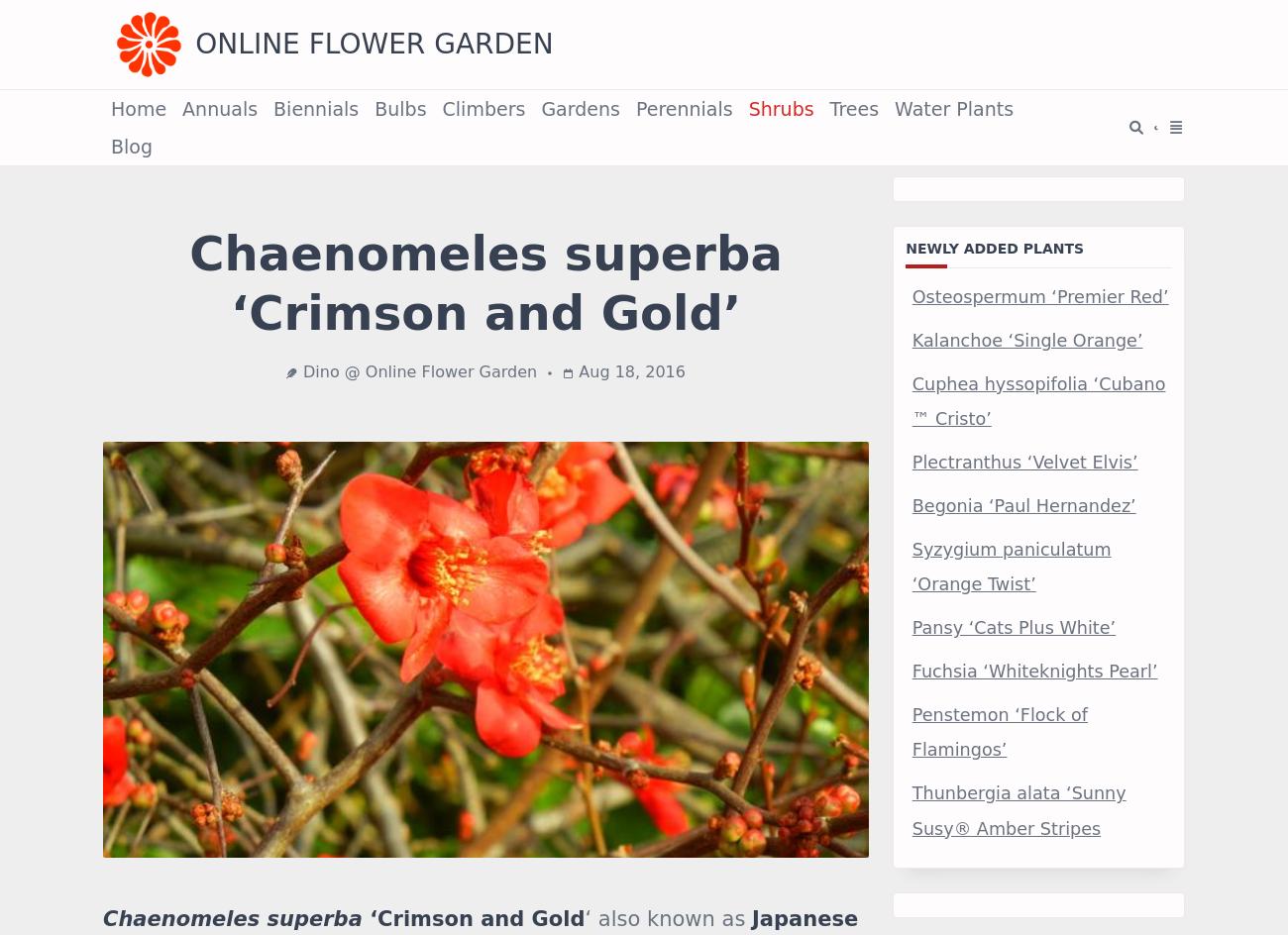 Image resolution: width=1288 pixels, height=935 pixels. What do you see at coordinates (361, 78) in the screenshot?
I see `'Chaenomeles superba ‘Jet Trail’'` at bounding box center [361, 78].